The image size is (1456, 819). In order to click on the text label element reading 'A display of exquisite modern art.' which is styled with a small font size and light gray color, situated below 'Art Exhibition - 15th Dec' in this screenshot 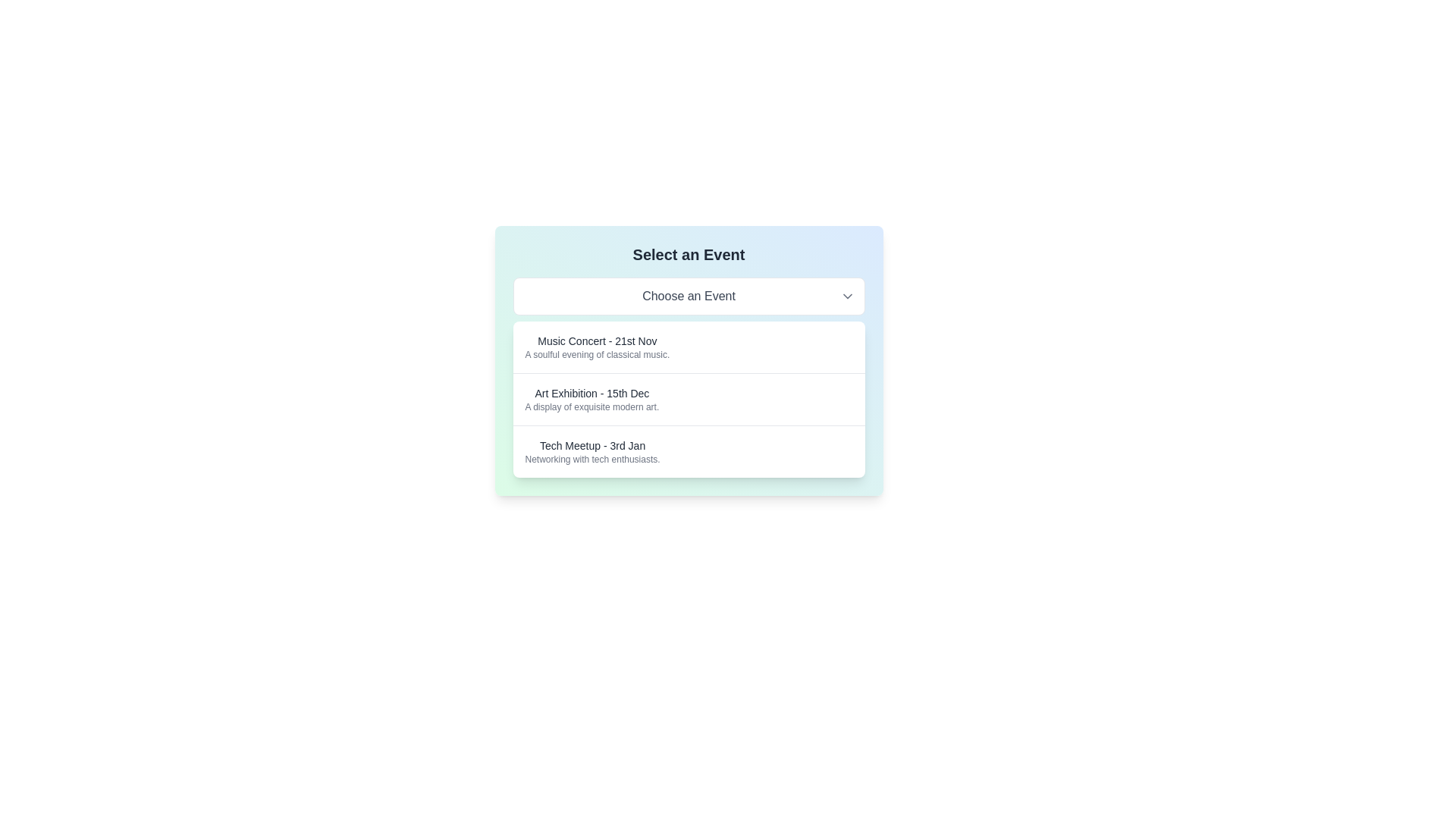, I will do `click(591, 406)`.